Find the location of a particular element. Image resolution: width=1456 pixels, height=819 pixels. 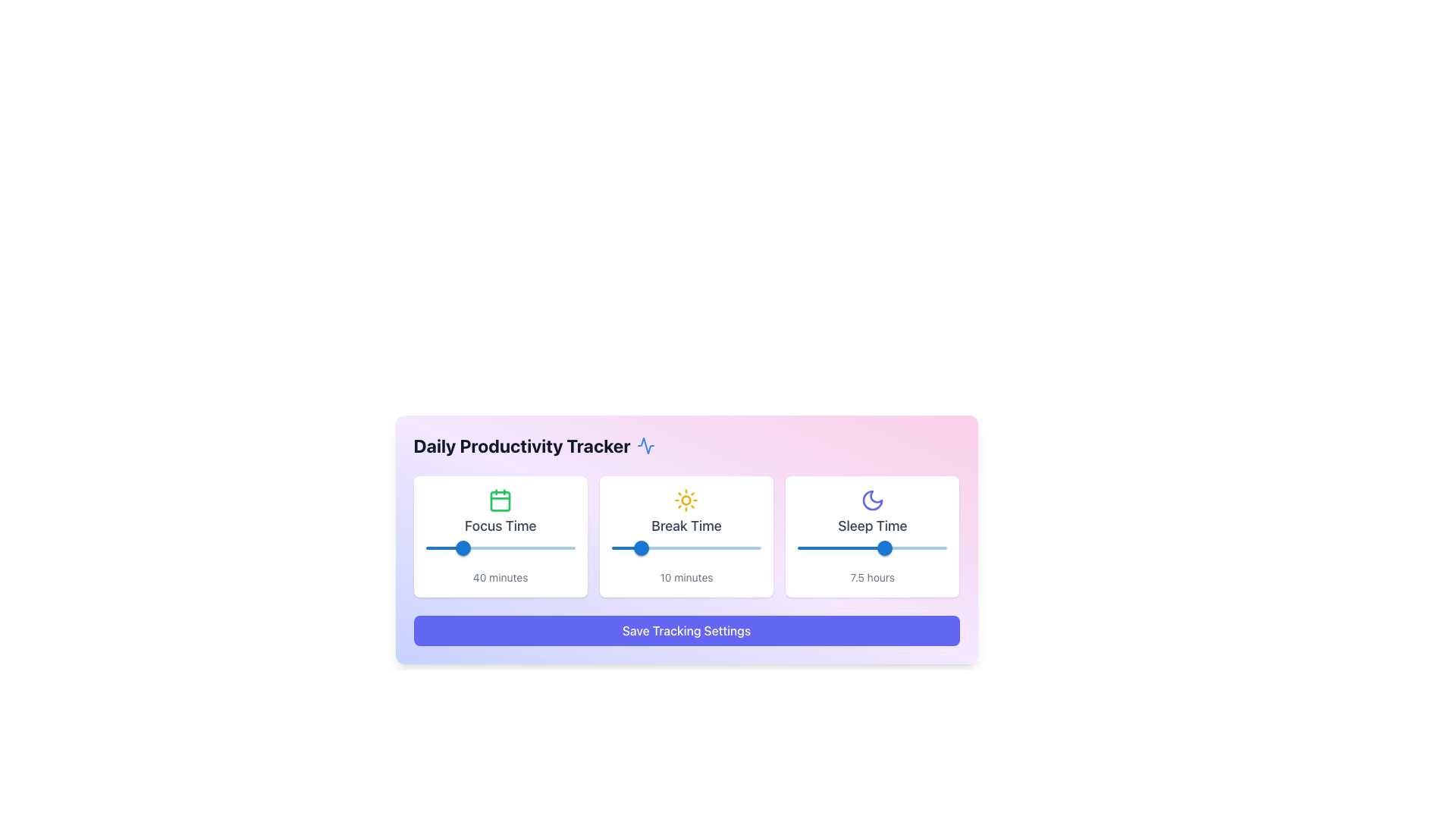

the 'Break Time' text label, which is styled with a medium font and gray color, located in the center of a white card below a yellow sun icon is located at coordinates (686, 526).